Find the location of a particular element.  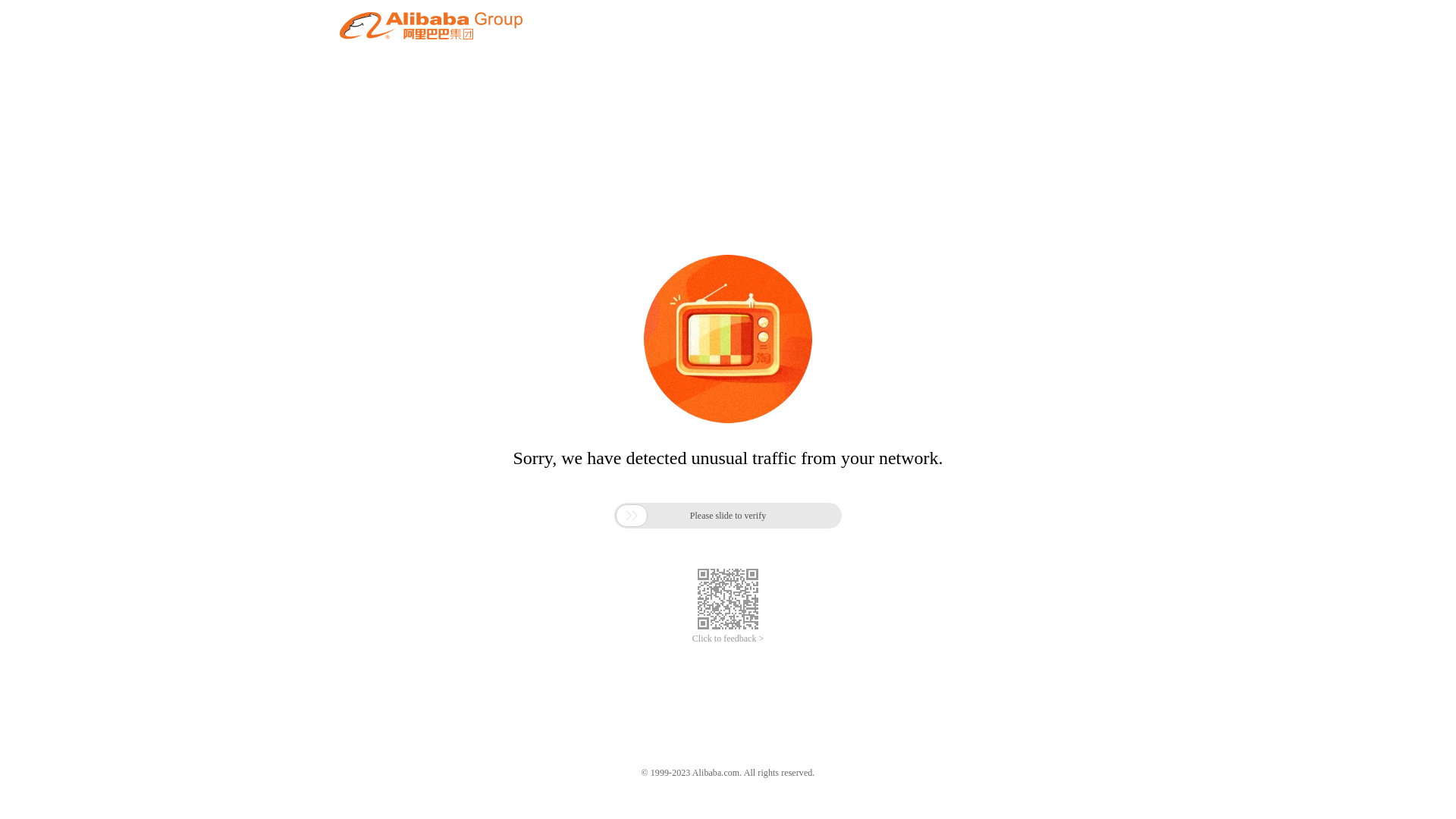

'Click to feedback >' is located at coordinates (728, 639).